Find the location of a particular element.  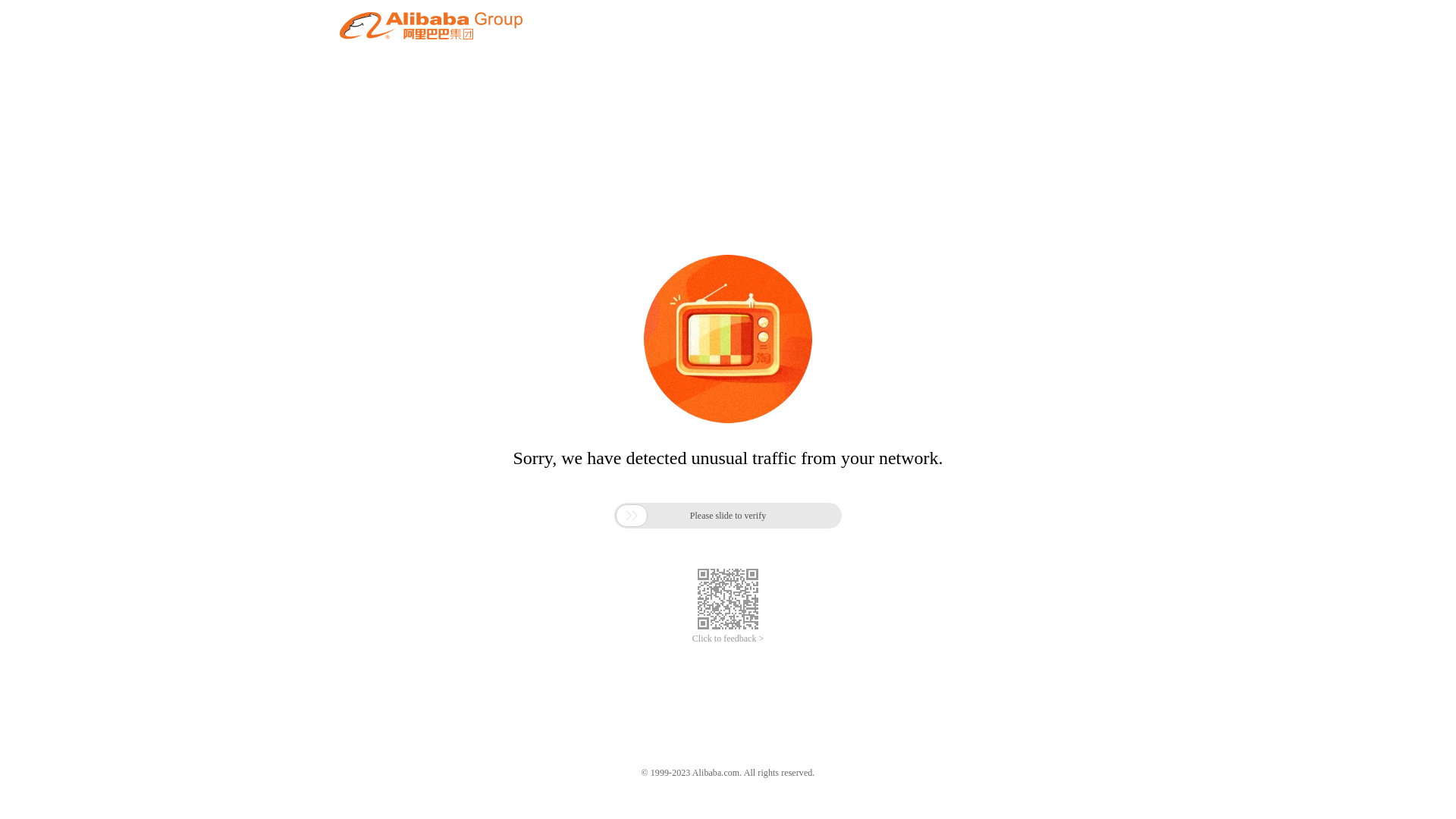

'Click to feedback >' is located at coordinates (728, 639).